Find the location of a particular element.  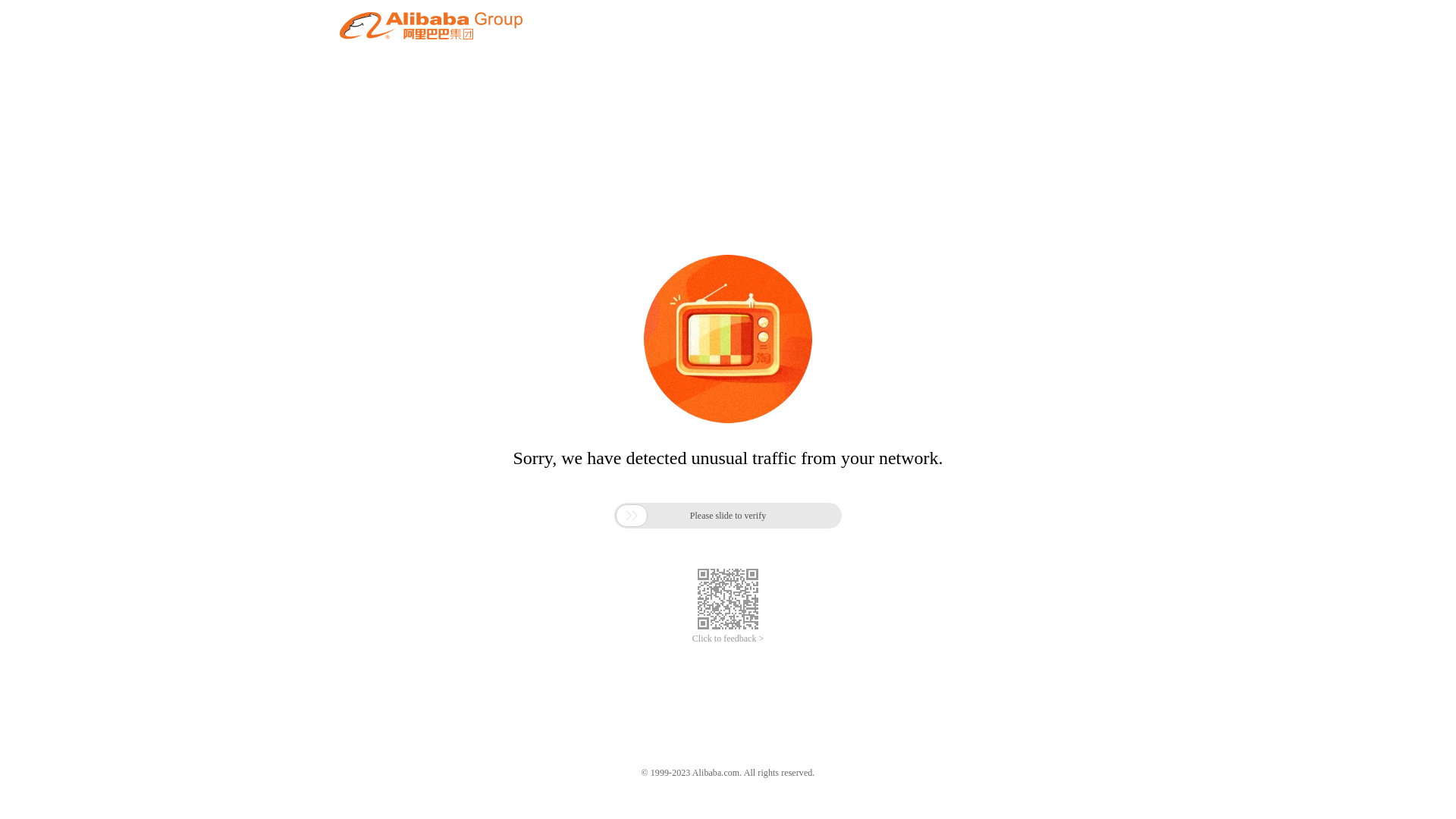

'Click to feedback >' is located at coordinates (728, 639).